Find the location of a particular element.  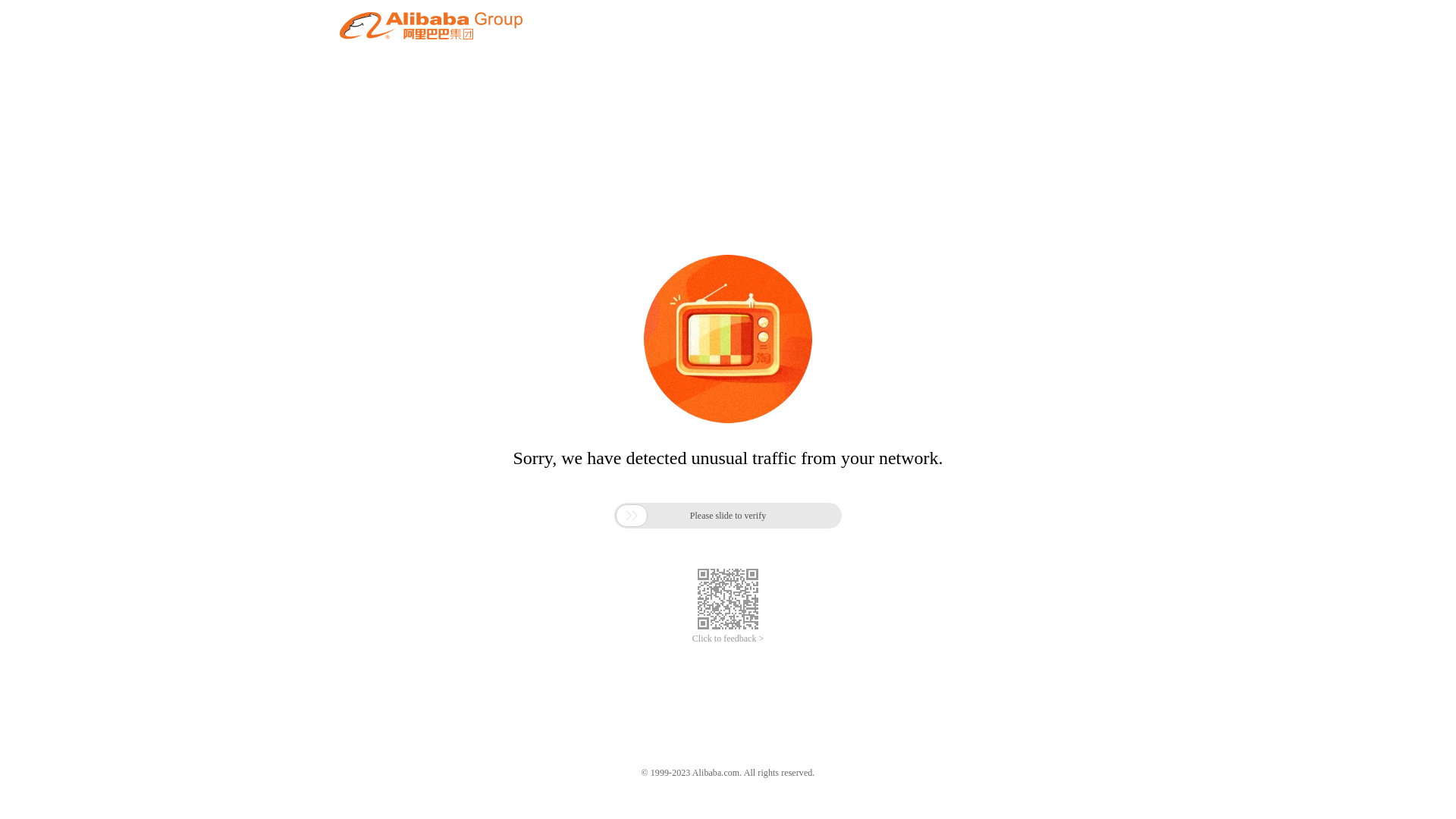

'Click to feedback >' is located at coordinates (728, 639).